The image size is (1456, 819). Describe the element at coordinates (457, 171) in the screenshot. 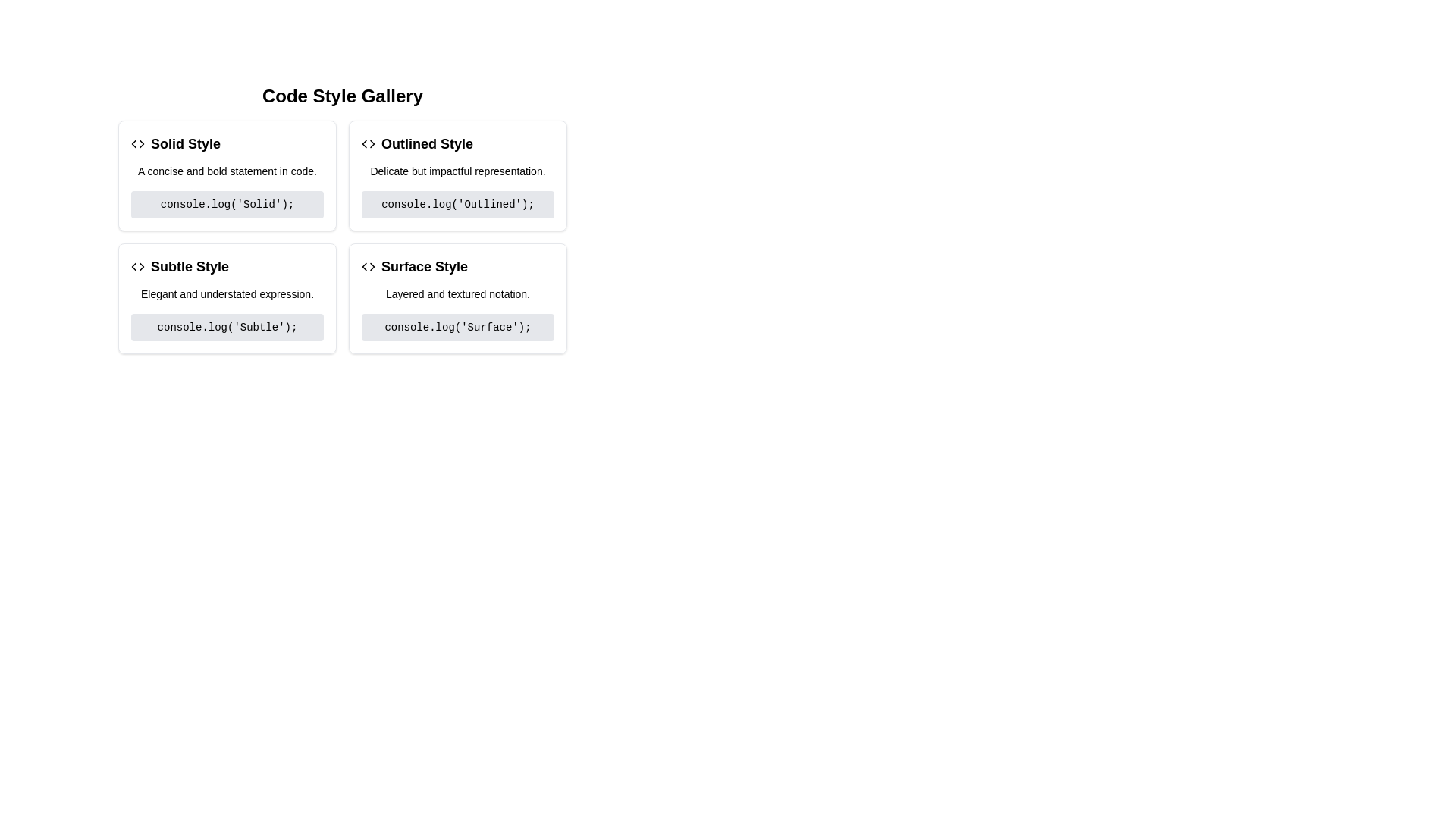

I see `the text element that says 'Delicate but impactful representation.' located in the content card labeled 'Outlined Style'` at that location.